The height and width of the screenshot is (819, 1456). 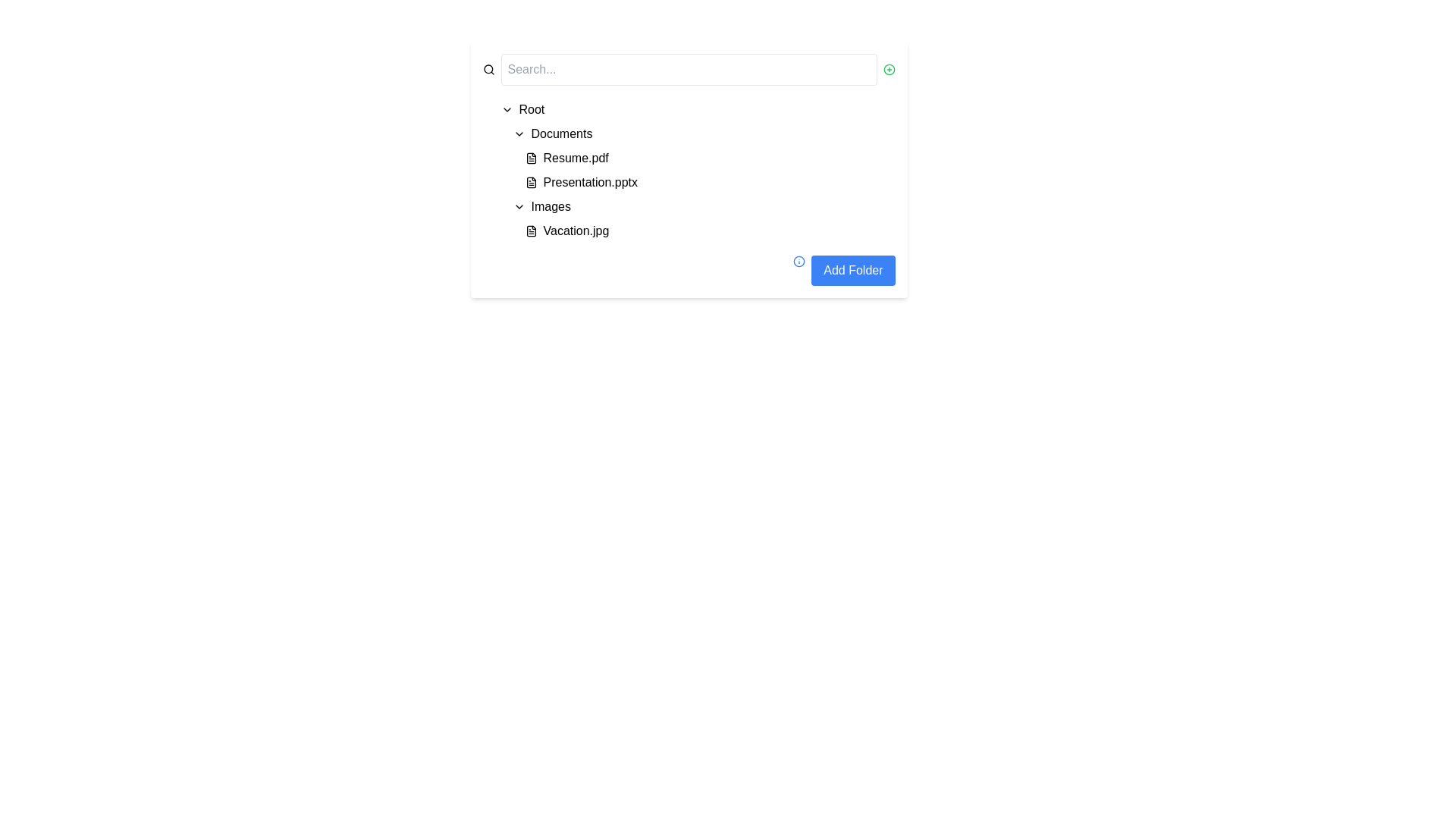 What do you see at coordinates (531, 231) in the screenshot?
I see `the small minimalistic outline file icon located on the left side of the 'Vacation.jpg' file label, which features a rectangular shape with a folded corner and horizontal lines inside, indicating it represents a document` at bounding box center [531, 231].